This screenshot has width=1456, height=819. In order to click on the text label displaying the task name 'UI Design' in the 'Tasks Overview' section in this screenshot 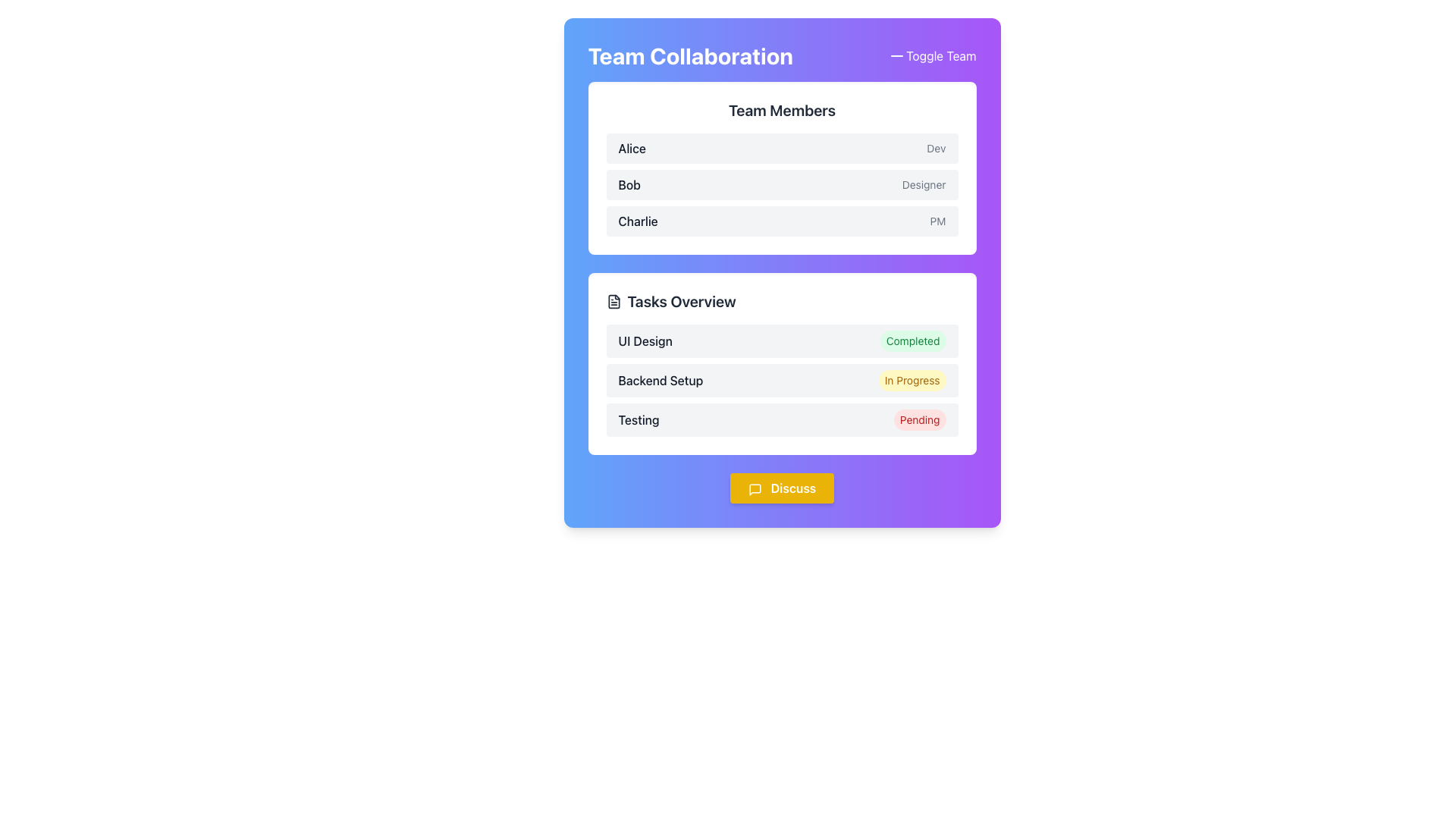, I will do `click(645, 341)`.